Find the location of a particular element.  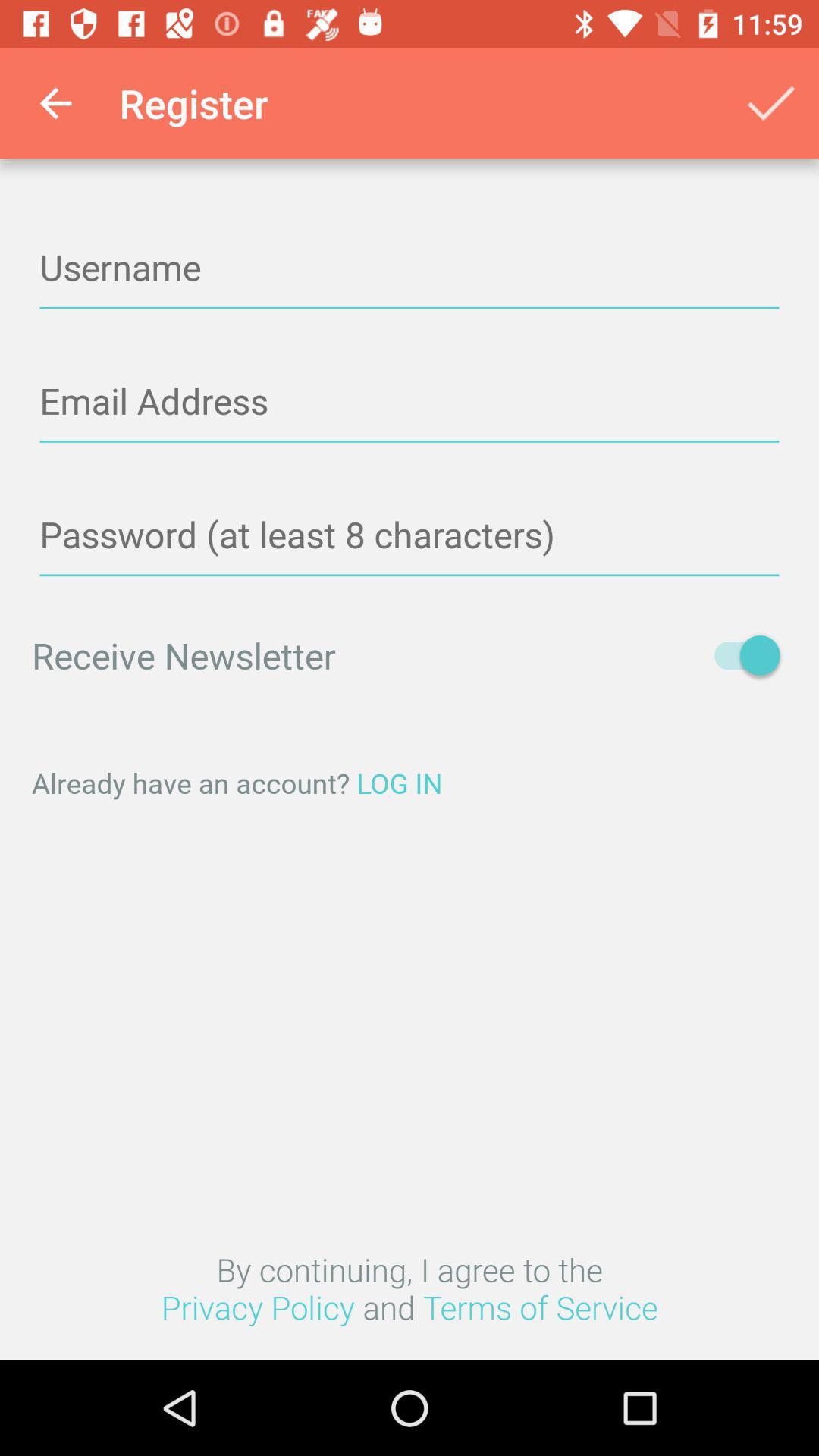

option to receive newsletter is located at coordinates (739, 655).